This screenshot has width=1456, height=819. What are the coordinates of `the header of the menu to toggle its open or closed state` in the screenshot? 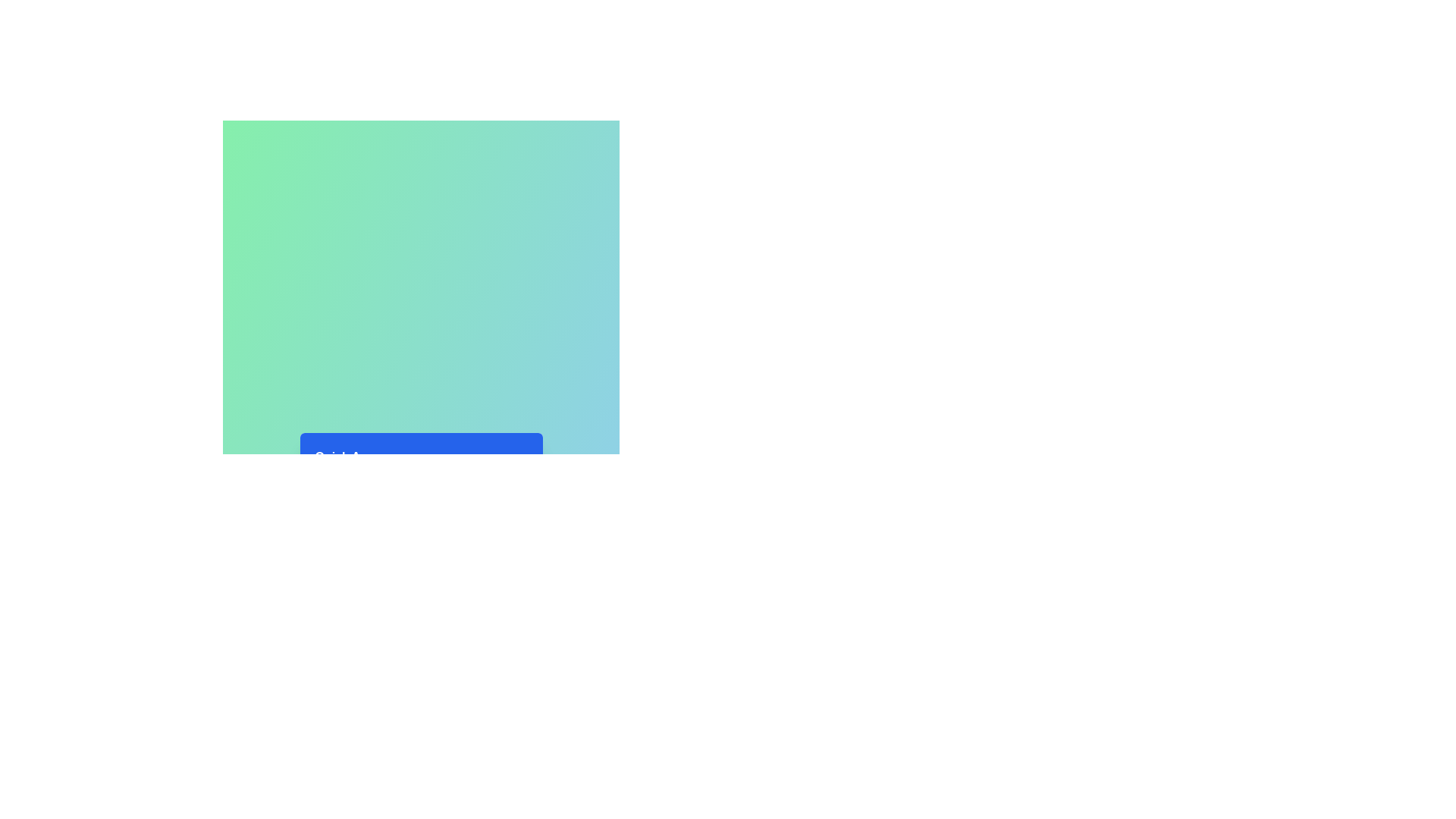 It's located at (421, 456).